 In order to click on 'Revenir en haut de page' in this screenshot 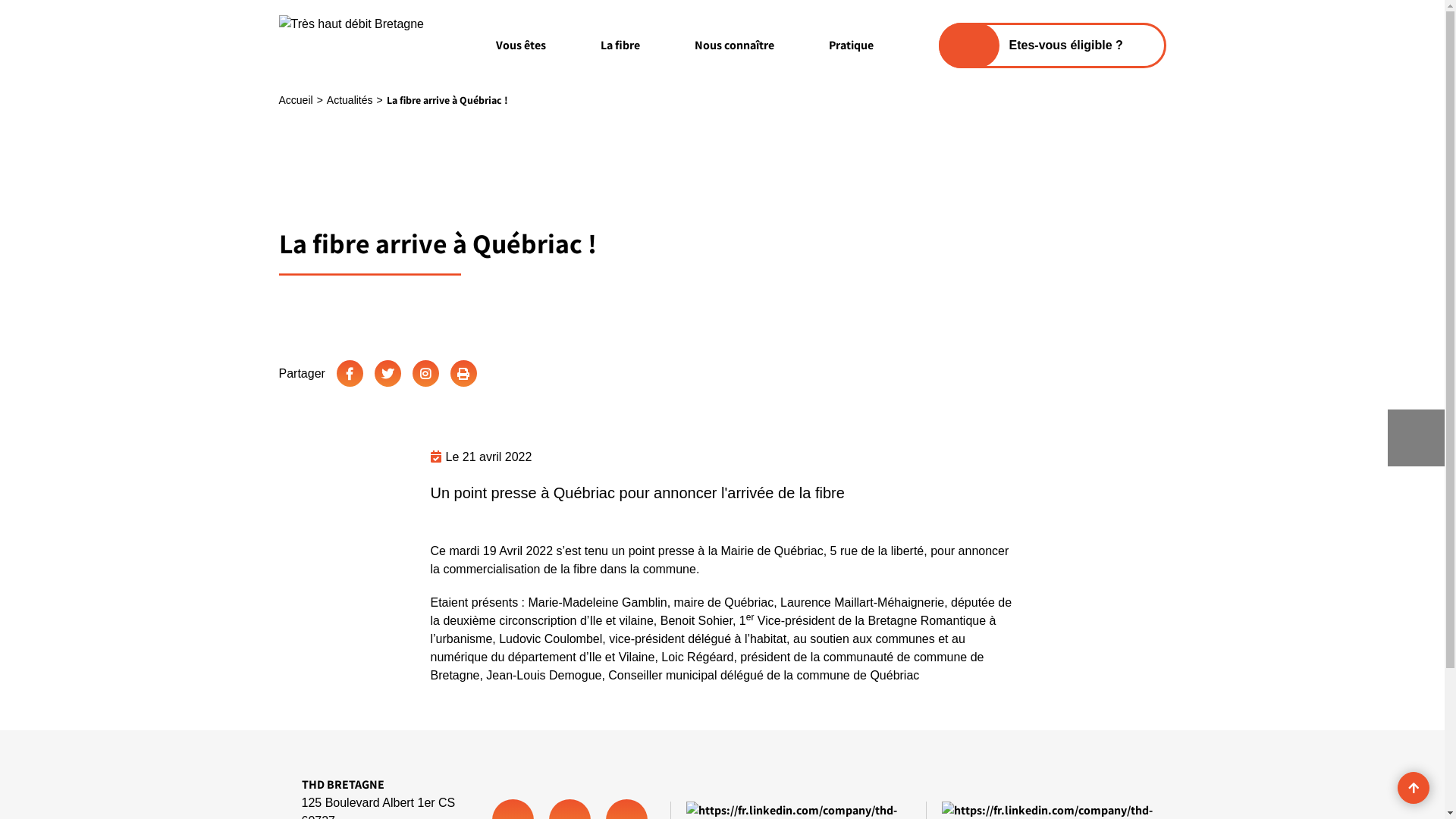, I will do `click(1412, 786)`.